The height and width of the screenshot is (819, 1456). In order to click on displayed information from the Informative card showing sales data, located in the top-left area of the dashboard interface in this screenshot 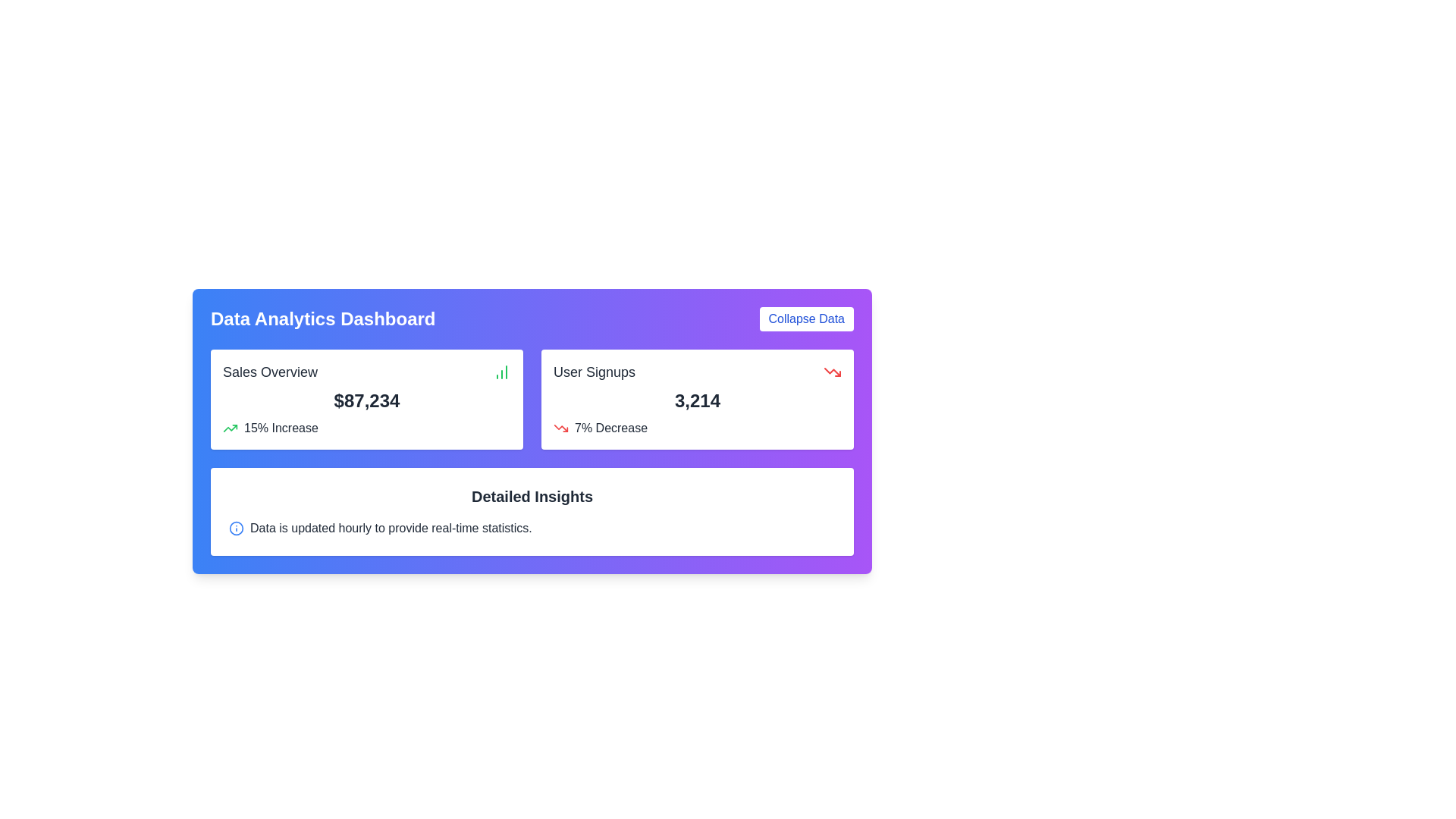, I will do `click(367, 399)`.